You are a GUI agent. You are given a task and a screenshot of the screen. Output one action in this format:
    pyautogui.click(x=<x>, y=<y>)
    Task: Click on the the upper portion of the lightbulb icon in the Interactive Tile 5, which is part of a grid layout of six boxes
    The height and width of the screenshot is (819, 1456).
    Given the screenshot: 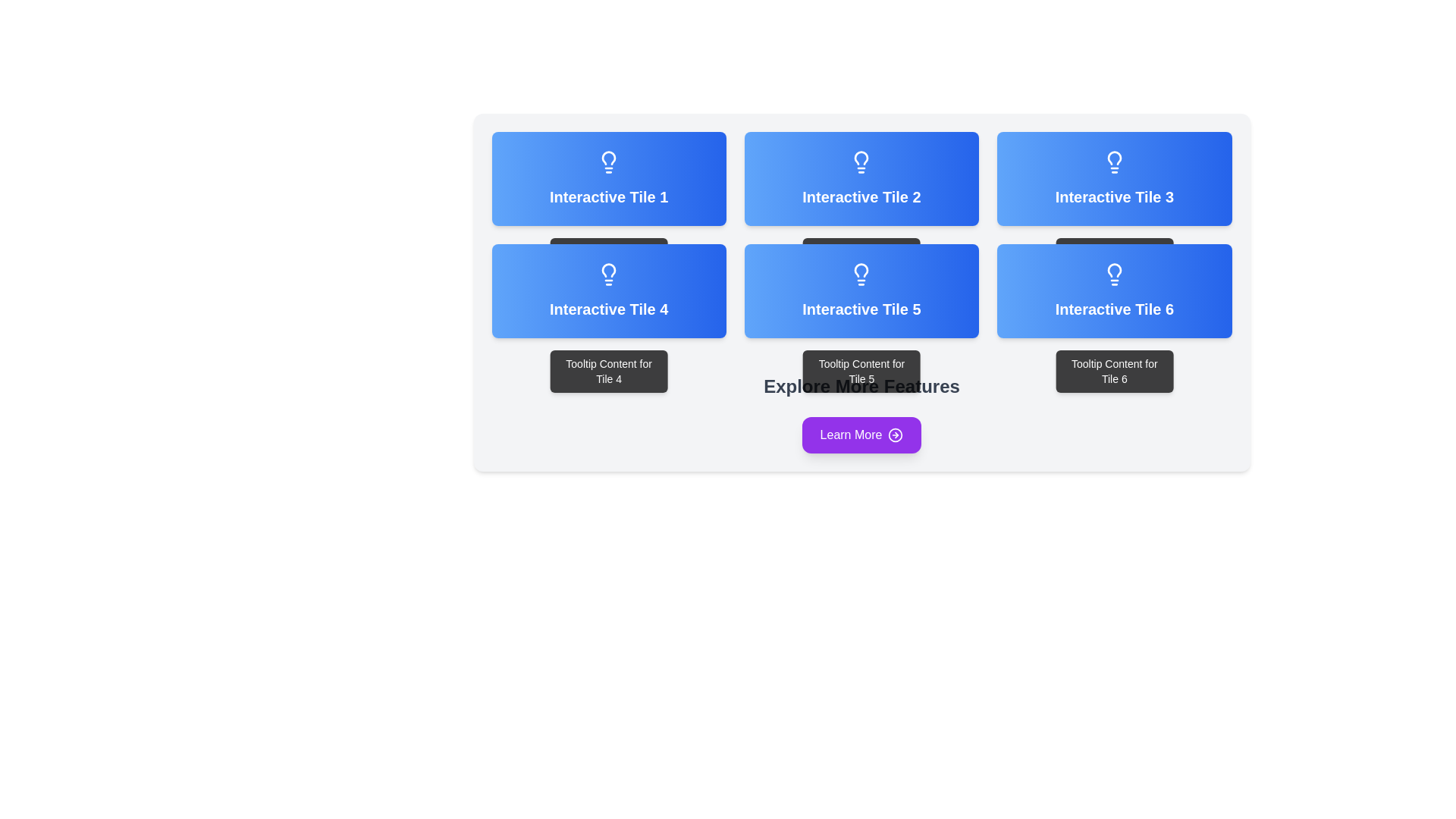 What is the action you would take?
    pyautogui.click(x=861, y=269)
    